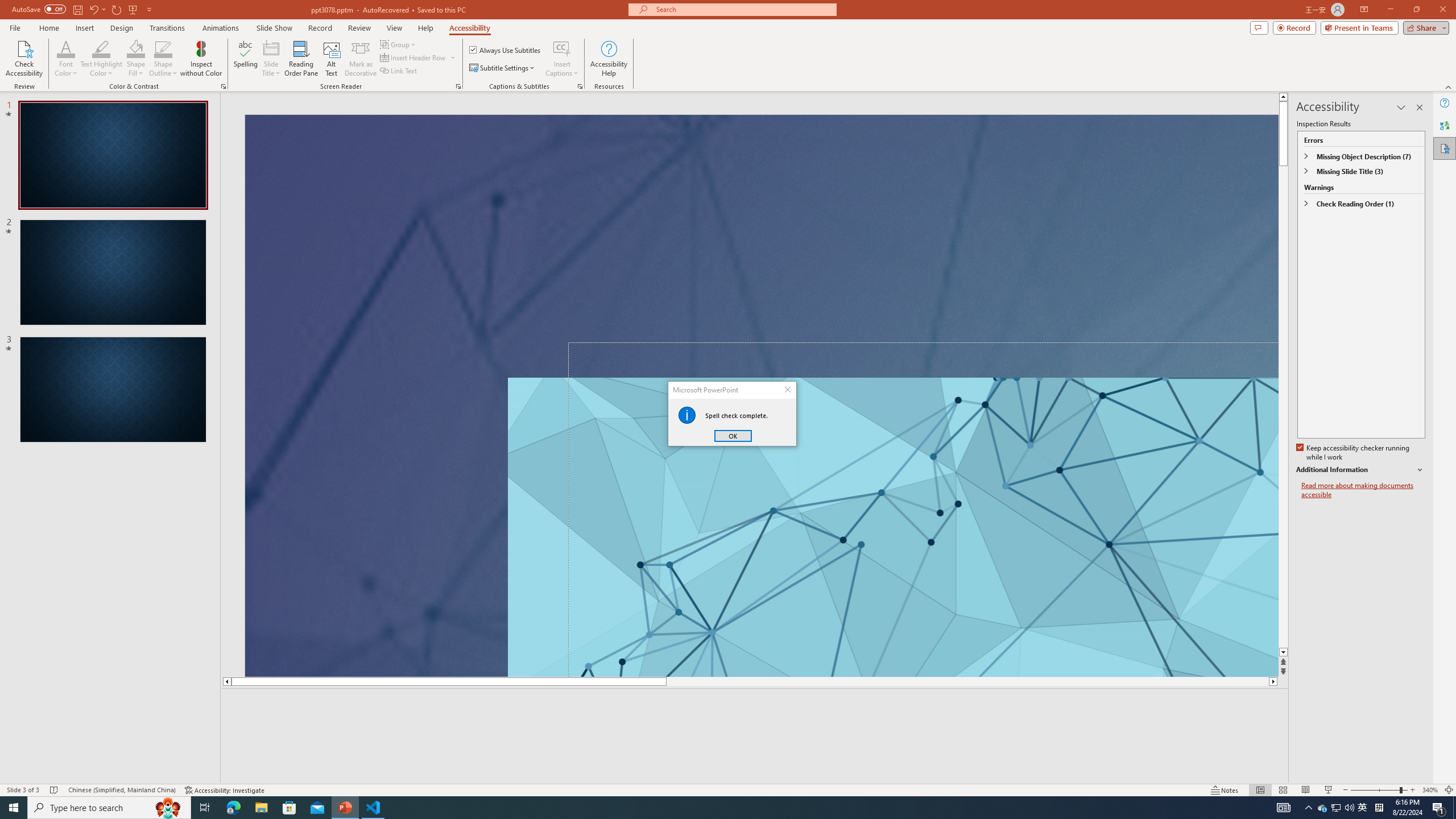 The image size is (1456, 819). Describe the element at coordinates (458, 85) in the screenshot. I see `'Screen Reader'` at that location.